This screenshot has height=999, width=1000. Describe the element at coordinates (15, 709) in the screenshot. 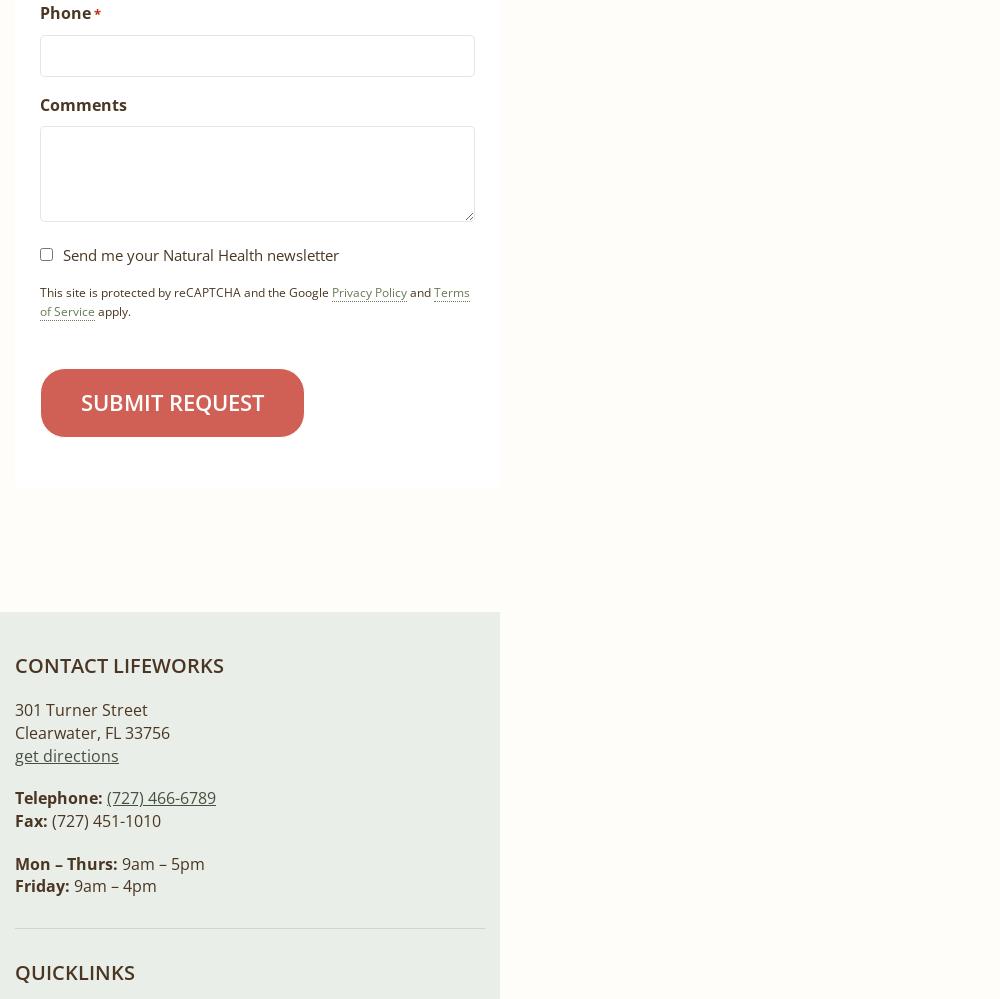

I see `'301 Turner Street'` at that location.